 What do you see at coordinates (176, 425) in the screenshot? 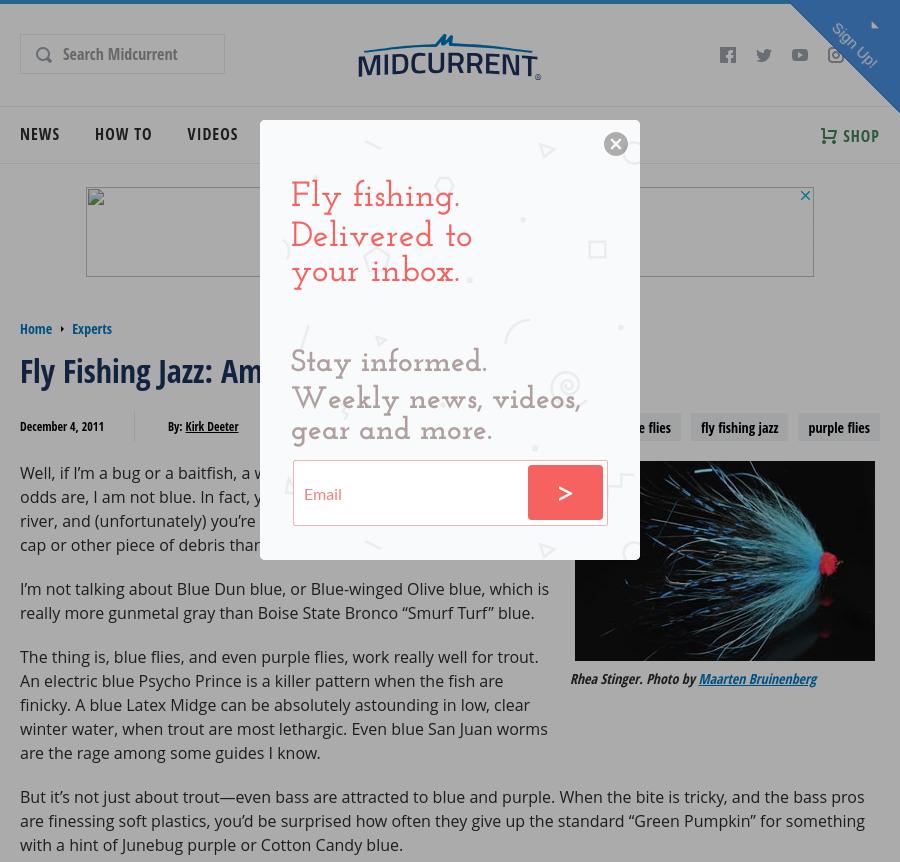
I see `'By:'` at bounding box center [176, 425].